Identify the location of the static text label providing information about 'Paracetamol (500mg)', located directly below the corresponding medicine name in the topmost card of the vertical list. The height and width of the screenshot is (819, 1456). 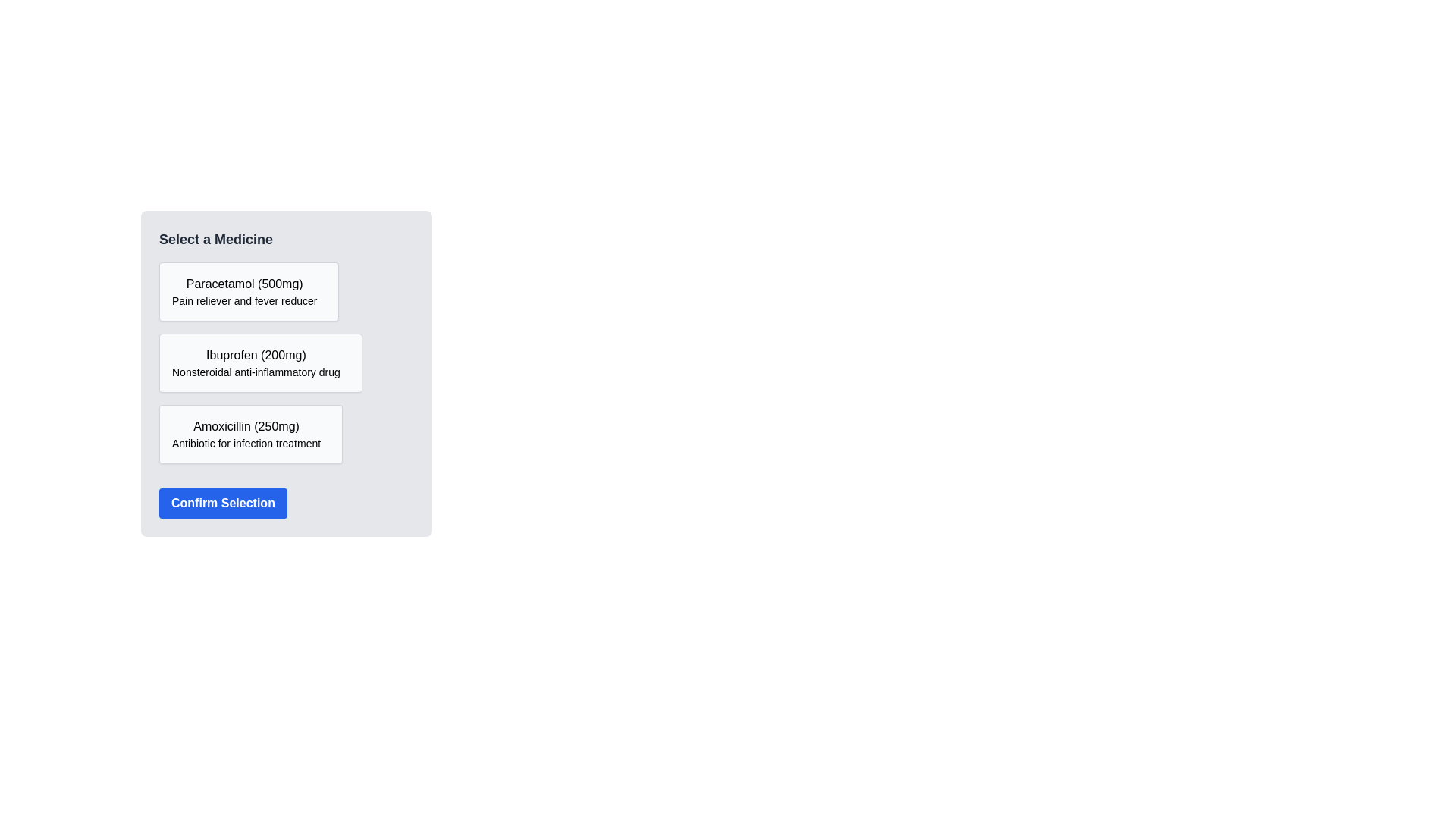
(244, 301).